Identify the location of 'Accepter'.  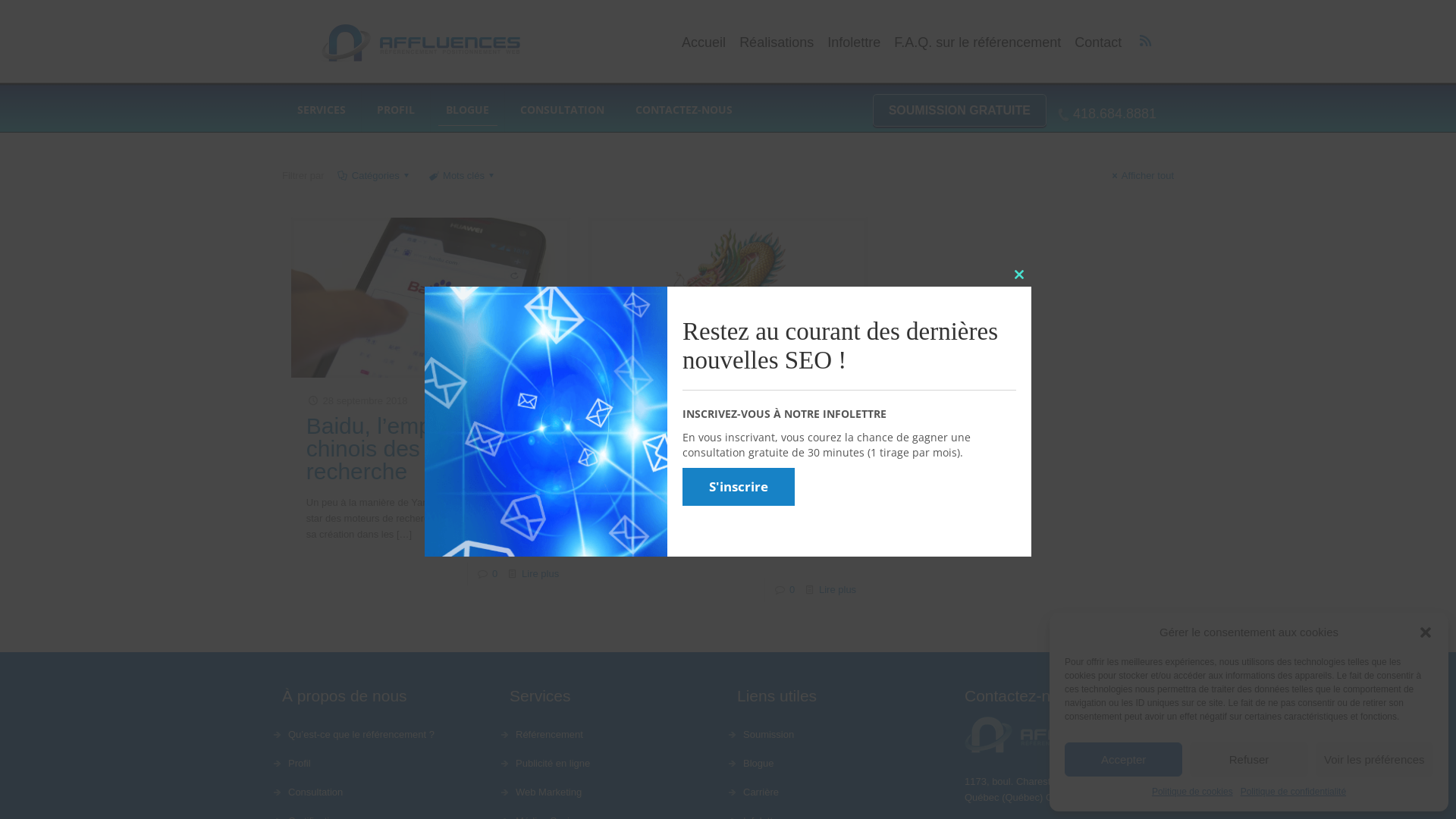
(1063, 759).